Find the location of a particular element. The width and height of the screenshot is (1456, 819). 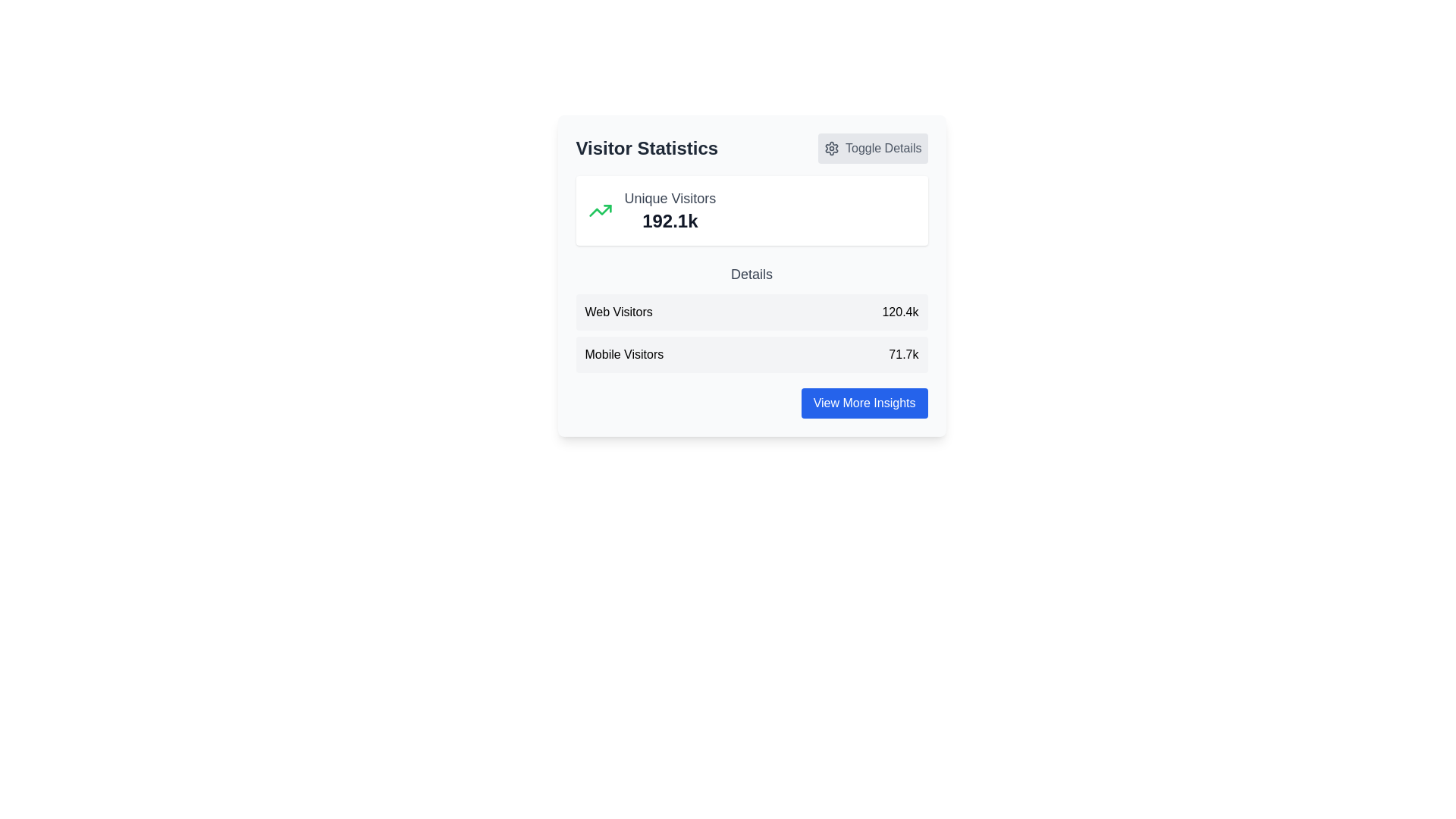

the upward trend icon representing 'Unique Visitors', located above the numerical data '192.1k' is located at coordinates (599, 210).